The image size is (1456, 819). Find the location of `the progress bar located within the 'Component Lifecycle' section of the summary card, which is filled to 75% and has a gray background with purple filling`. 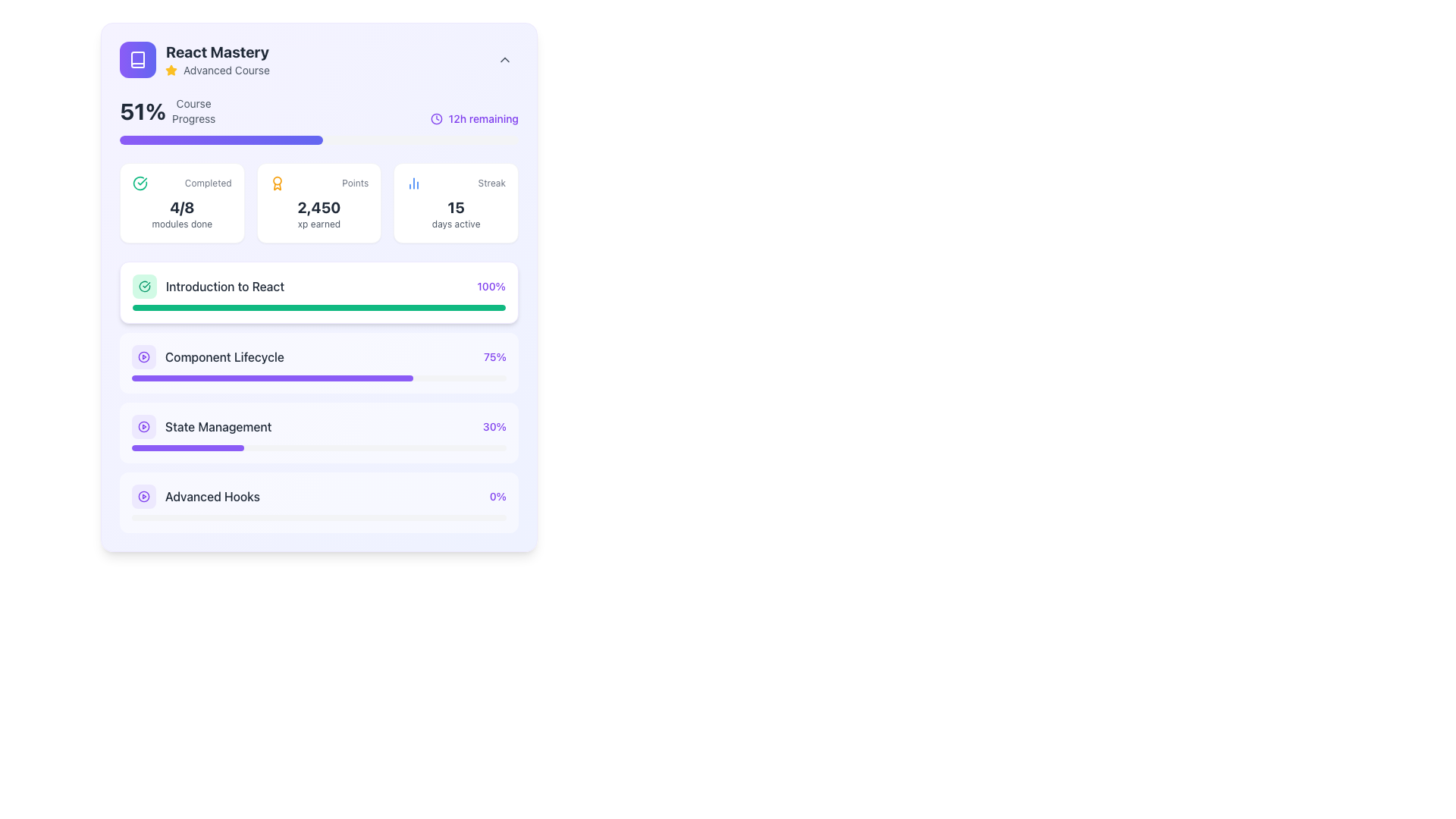

the progress bar located within the 'Component Lifecycle' section of the summary card, which is filled to 75% and has a gray background with purple filling is located at coordinates (318, 377).